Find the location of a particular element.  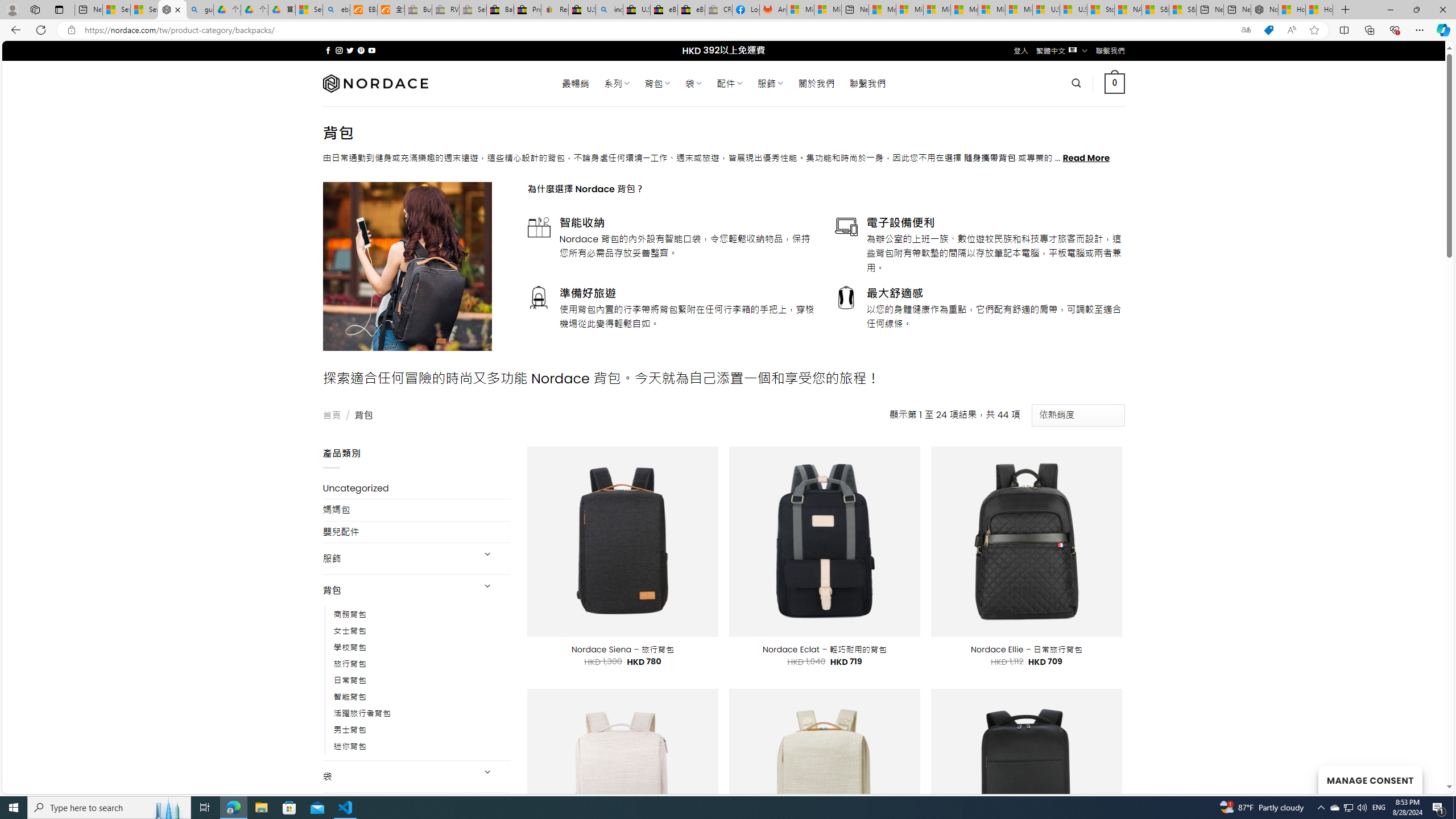

'MANAGE CONSENT' is located at coordinates (1370, 779).